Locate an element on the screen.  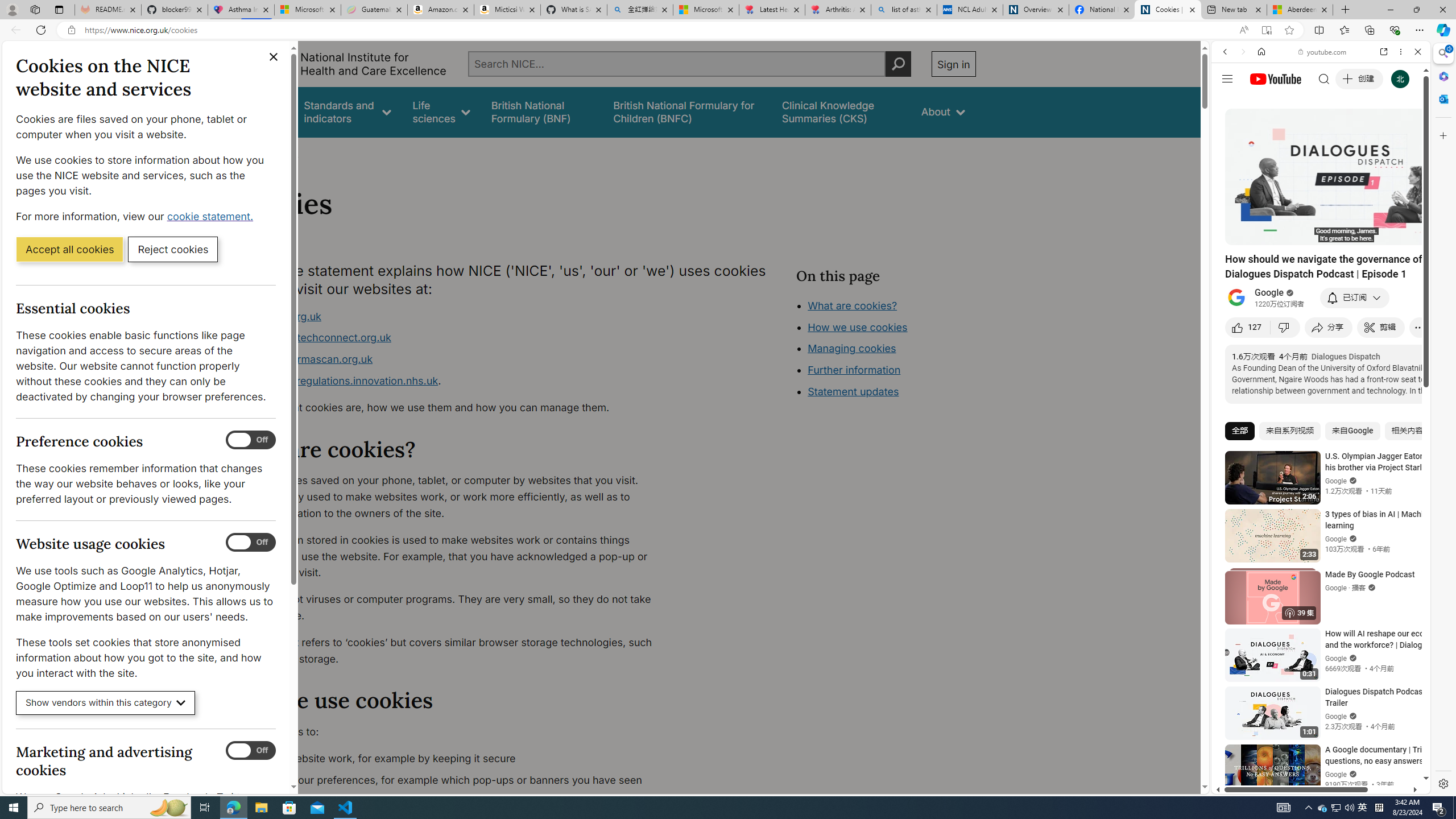
'Microsoft-Report a Concern to Bing' is located at coordinates (308, 9).